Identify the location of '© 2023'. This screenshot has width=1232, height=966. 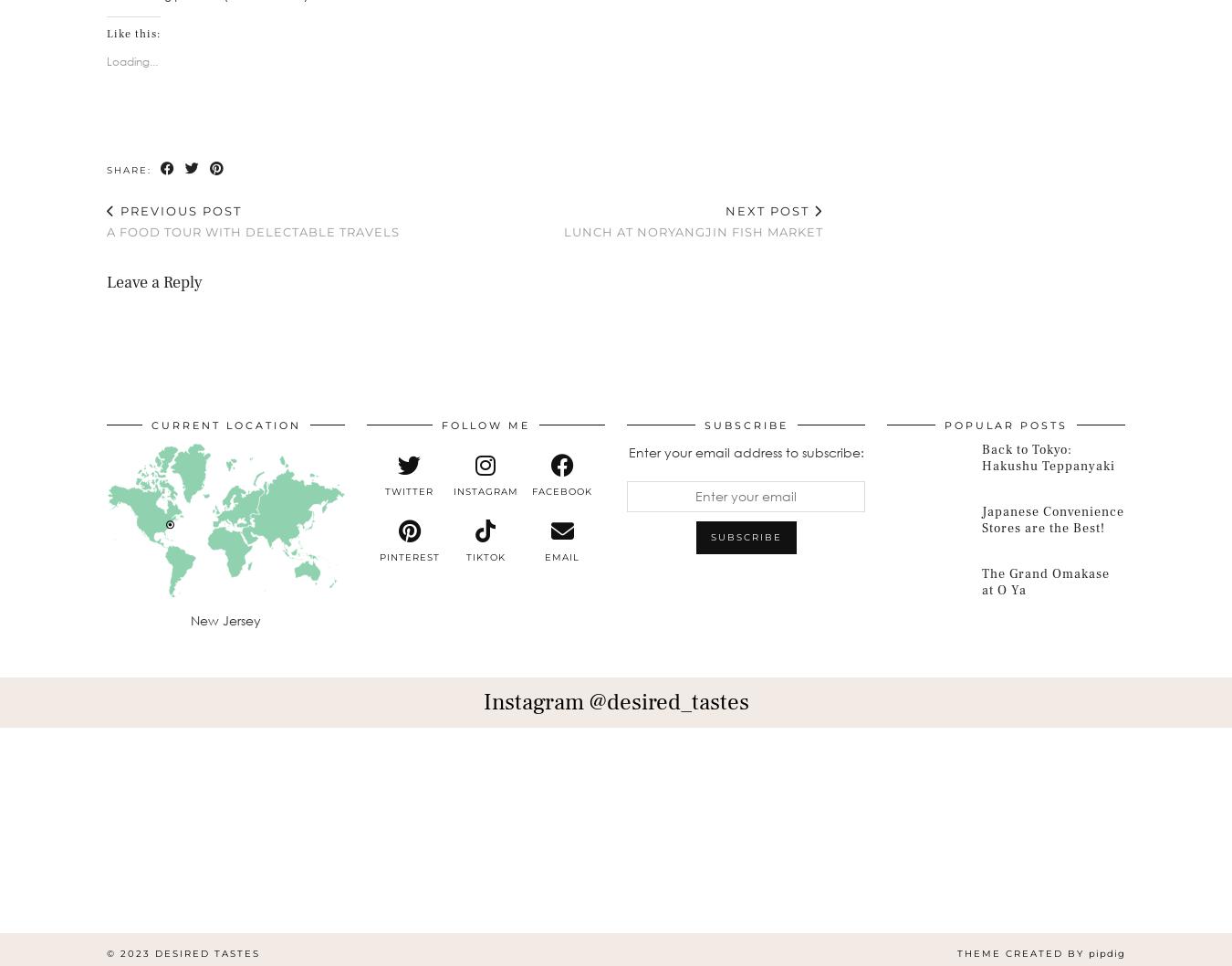
(131, 951).